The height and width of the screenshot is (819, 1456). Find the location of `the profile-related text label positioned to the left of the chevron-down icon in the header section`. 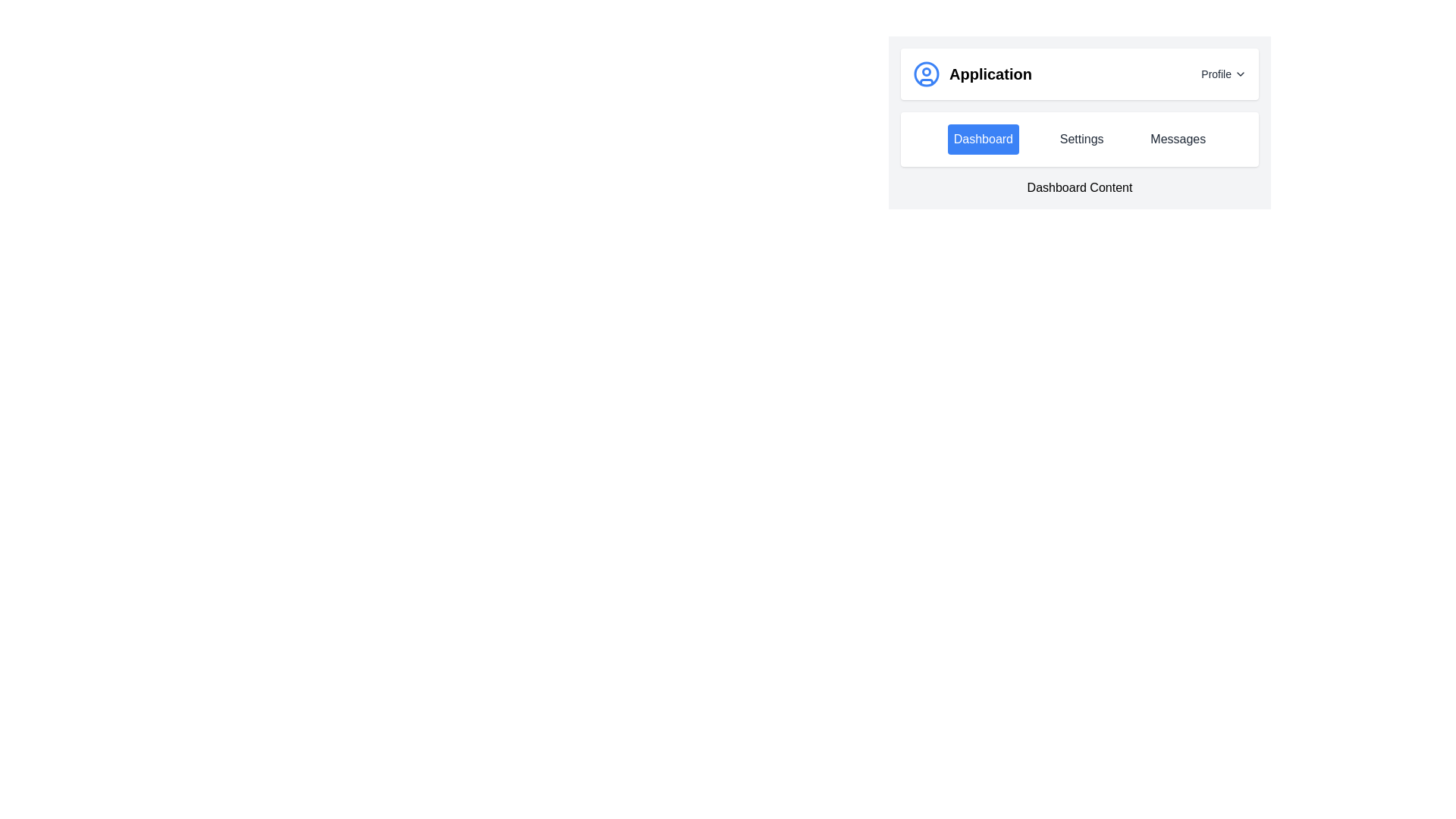

the profile-related text label positioned to the left of the chevron-down icon in the header section is located at coordinates (1216, 74).